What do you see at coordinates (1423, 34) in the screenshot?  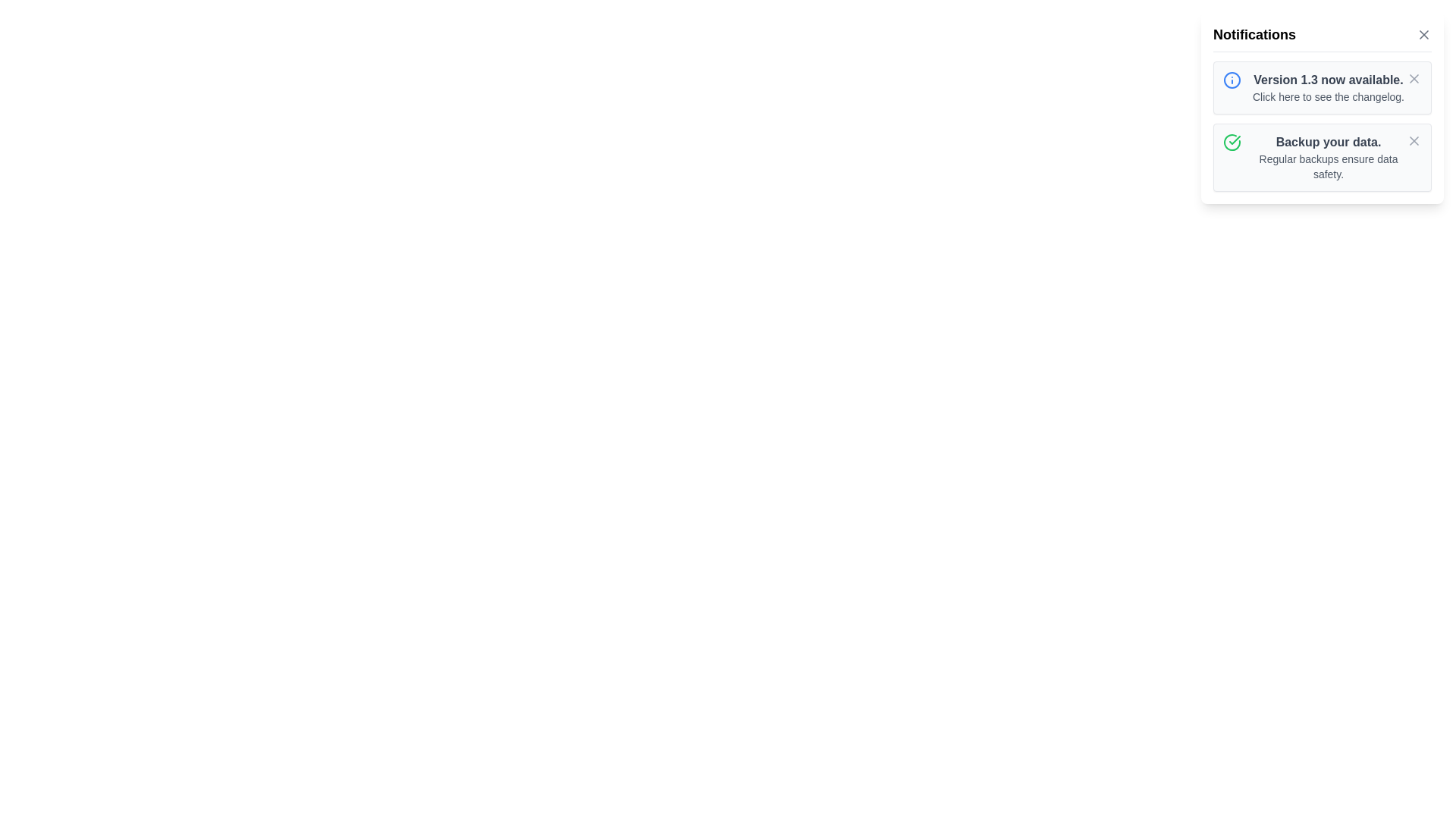 I see `the close button in the top-right corner of the notification drawer` at bounding box center [1423, 34].